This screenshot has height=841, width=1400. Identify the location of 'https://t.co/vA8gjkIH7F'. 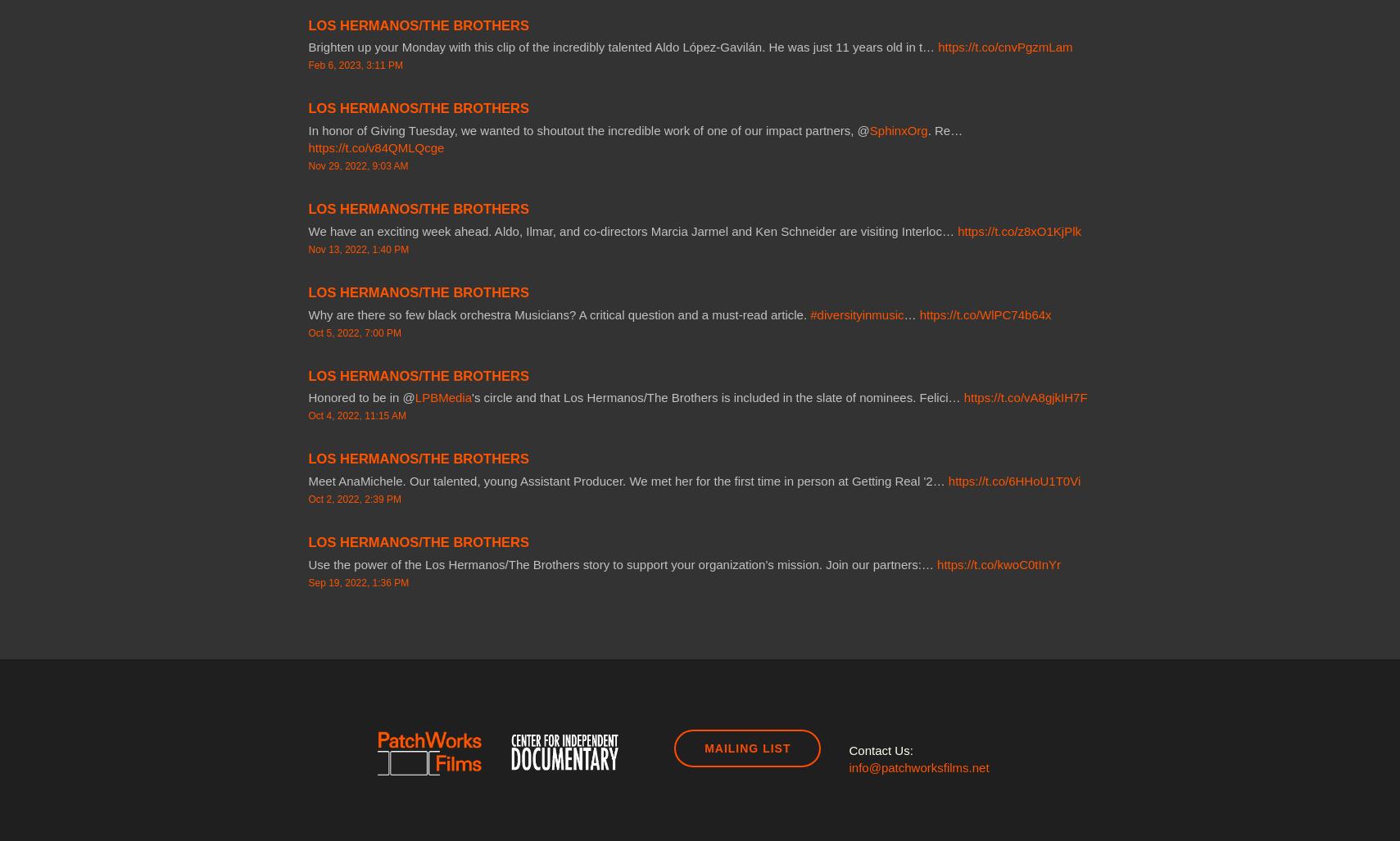
(963, 397).